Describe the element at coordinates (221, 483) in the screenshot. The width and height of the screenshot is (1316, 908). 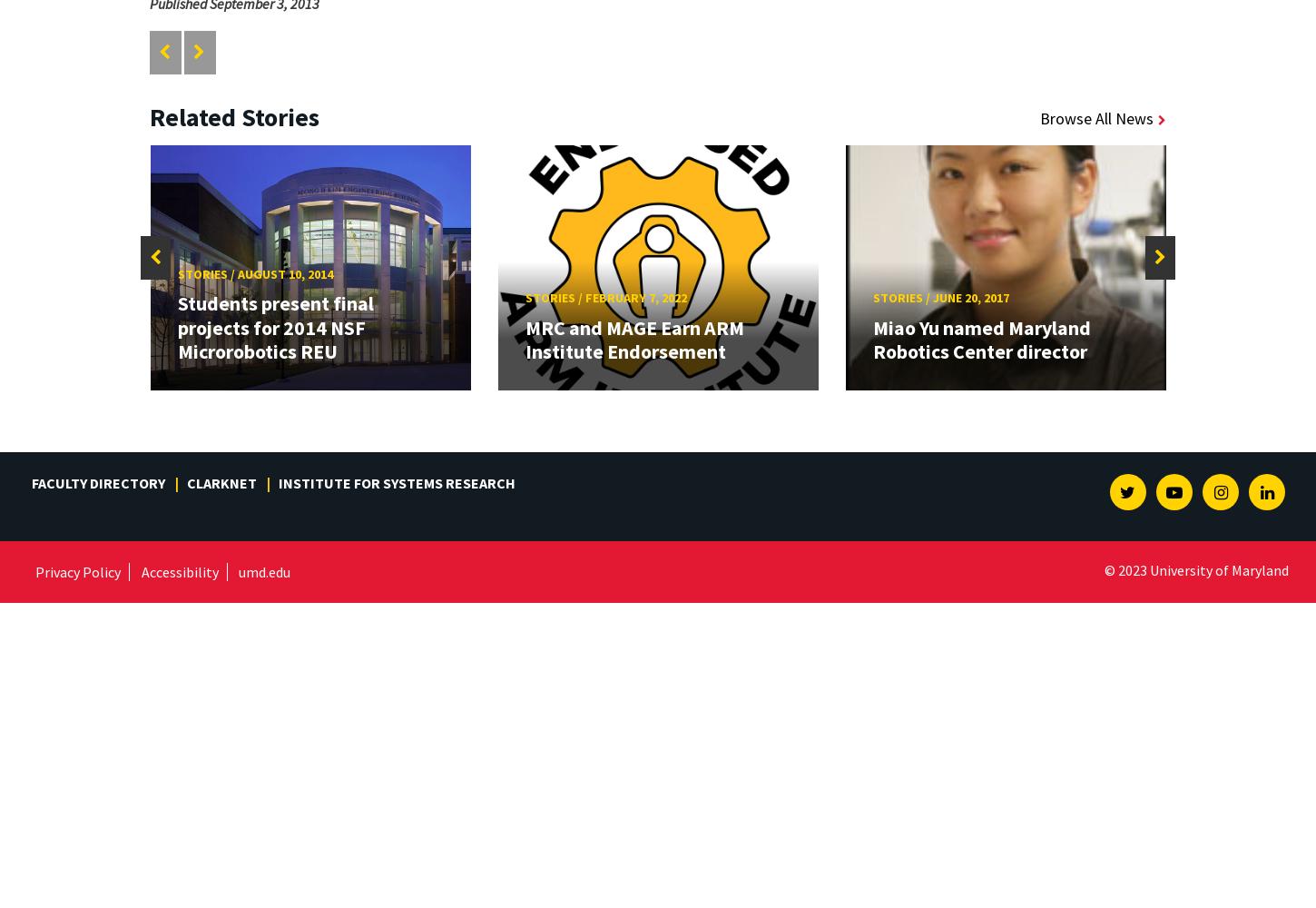
I see `'ClarkNet'` at that location.